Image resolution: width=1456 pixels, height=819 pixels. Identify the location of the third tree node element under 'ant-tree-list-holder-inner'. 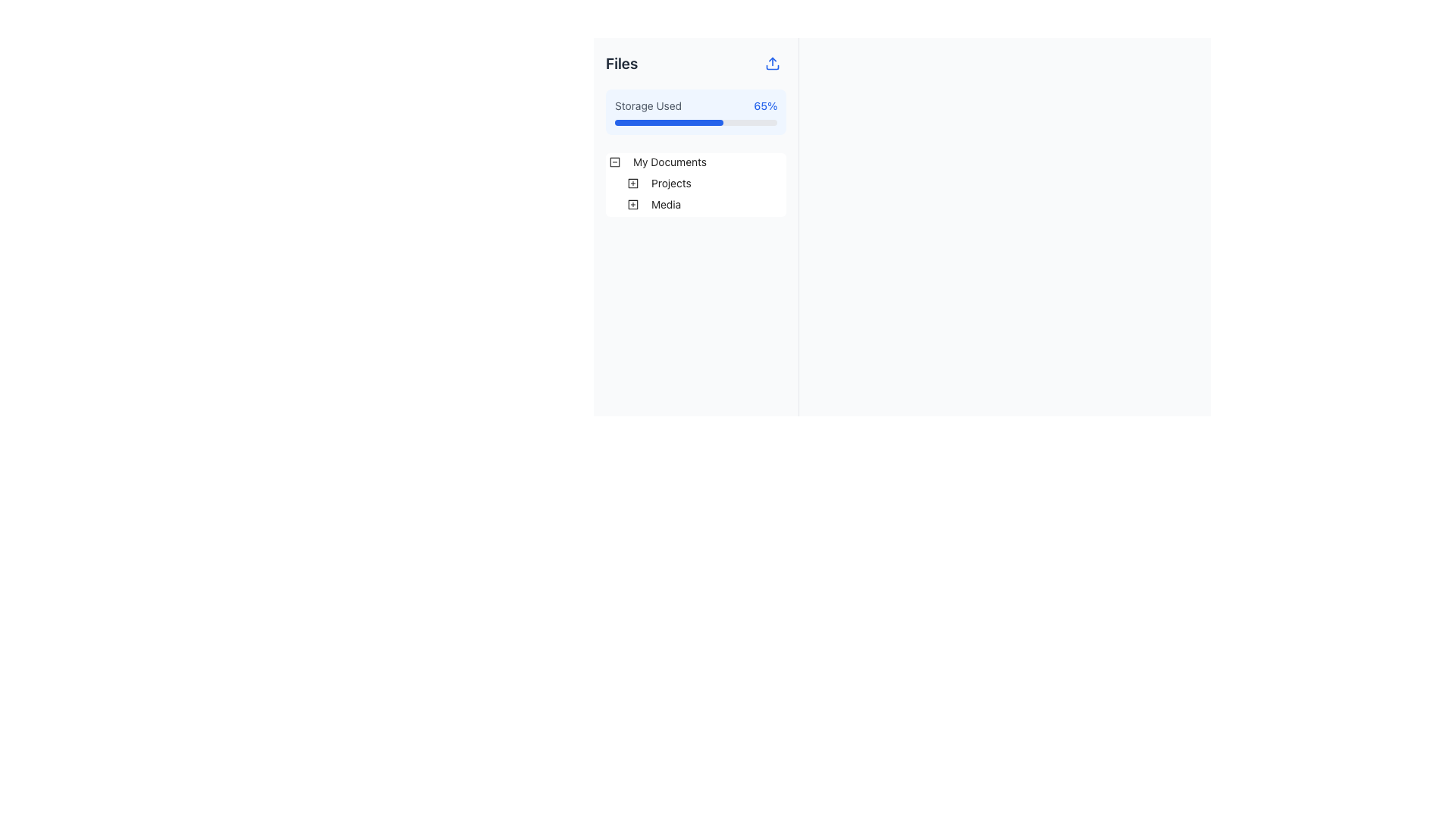
(646, 205).